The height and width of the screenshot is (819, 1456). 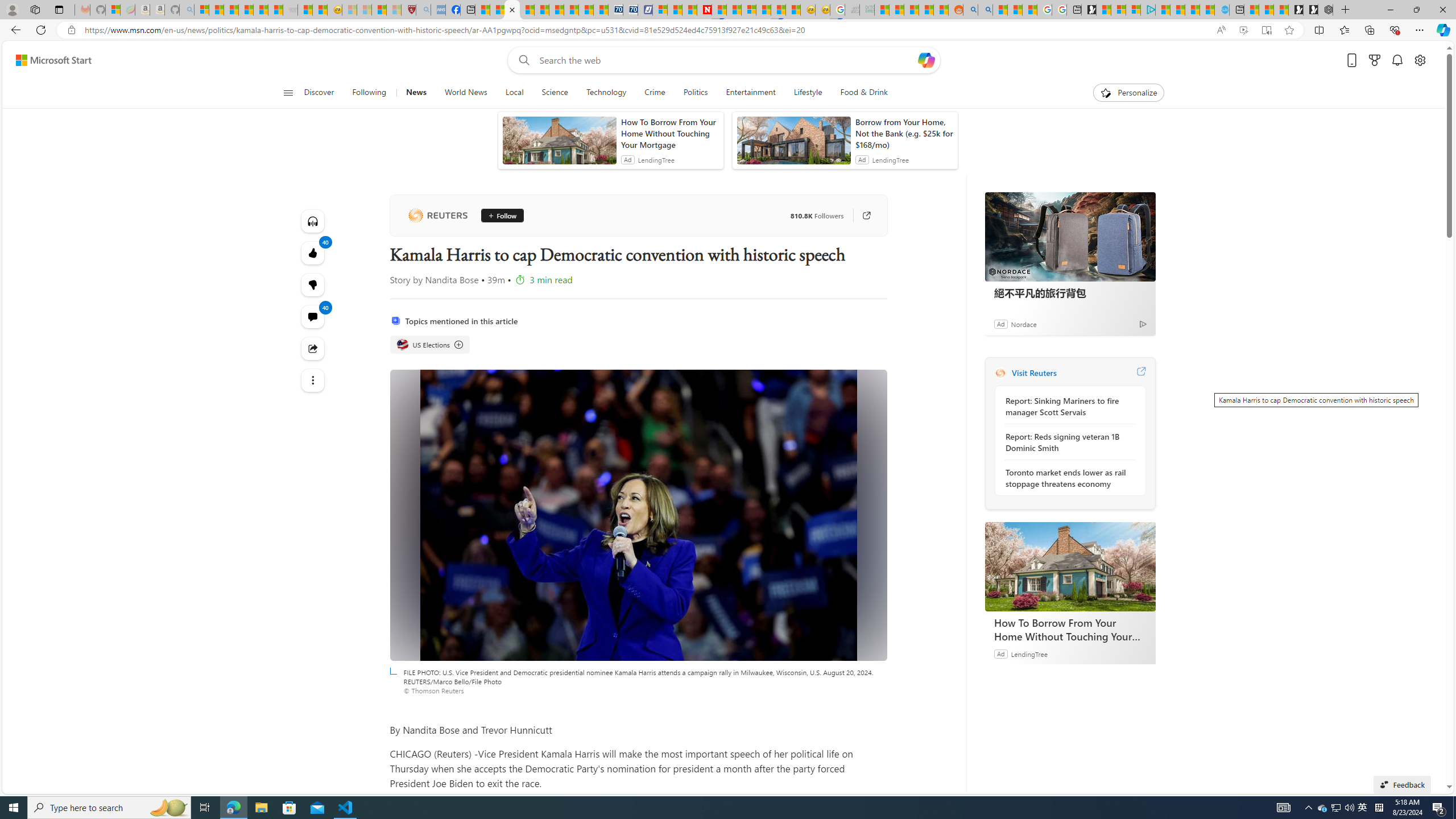 What do you see at coordinates (807, 92) in the screenshot?
I see `'Lifestyle'` at bounding box center [807, 92].